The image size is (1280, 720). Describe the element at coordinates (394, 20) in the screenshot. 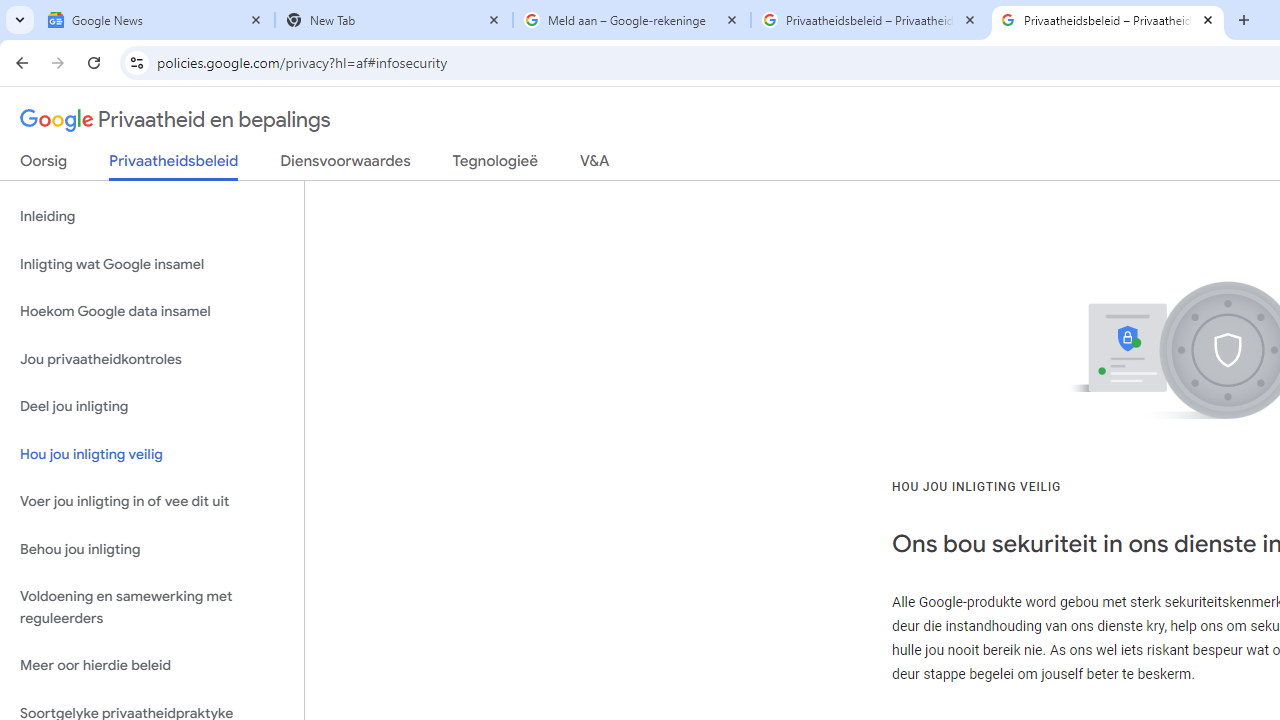

I see `'New Tab'` at that location.